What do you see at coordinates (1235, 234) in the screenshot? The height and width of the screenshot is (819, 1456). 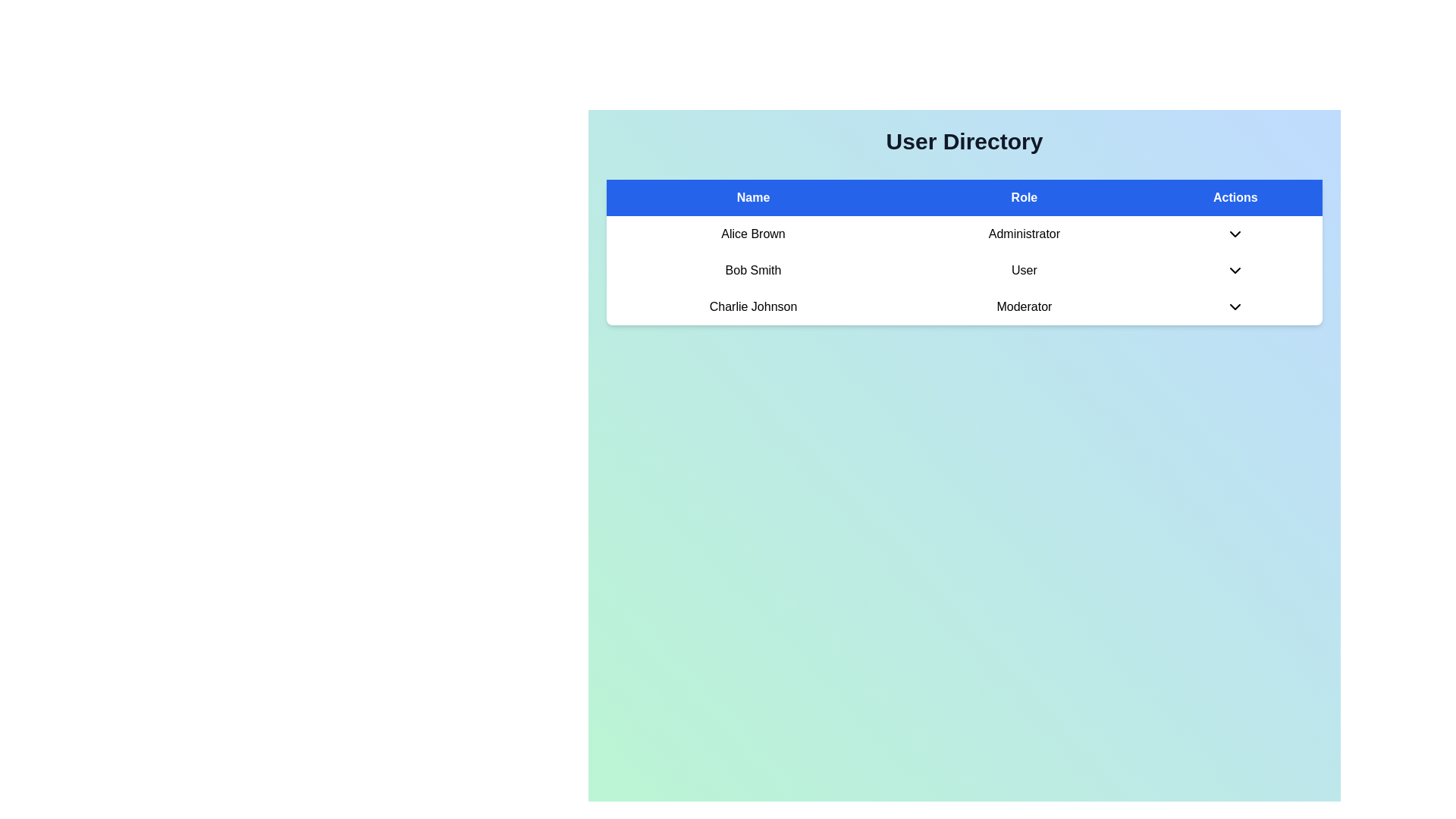 I see `the downward-pointing chevron icon located under the 'Actions' column of the 'Administrator' row in the user directory table` at bounding box center [1235, 234].